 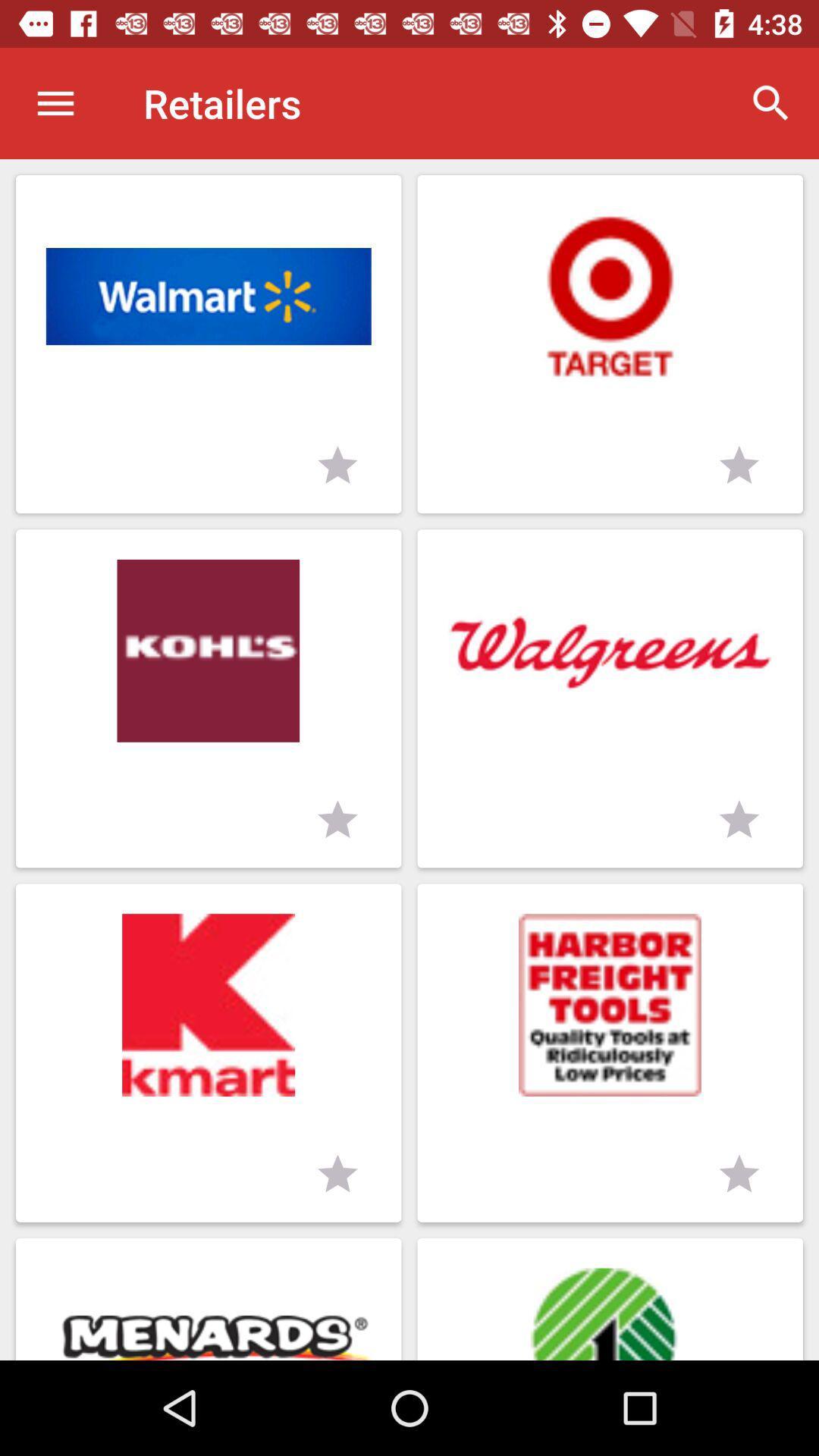 I want to click on icon next to retailers, so click(x=55, y=102).